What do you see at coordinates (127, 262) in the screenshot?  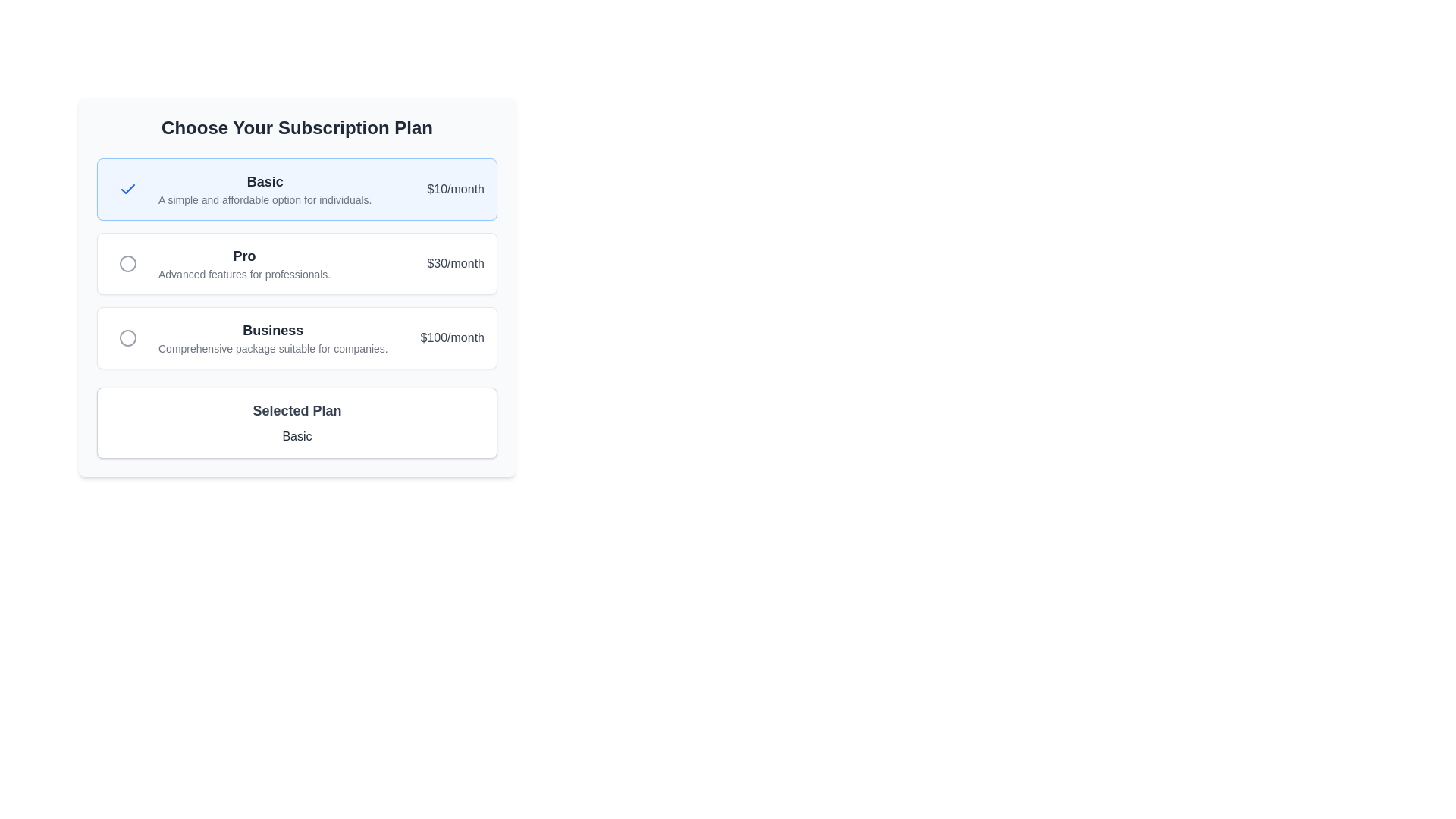 I see `the circular radio button representing the unselected state for the 'Pro' subscription option` at bounding box center [127, 262].